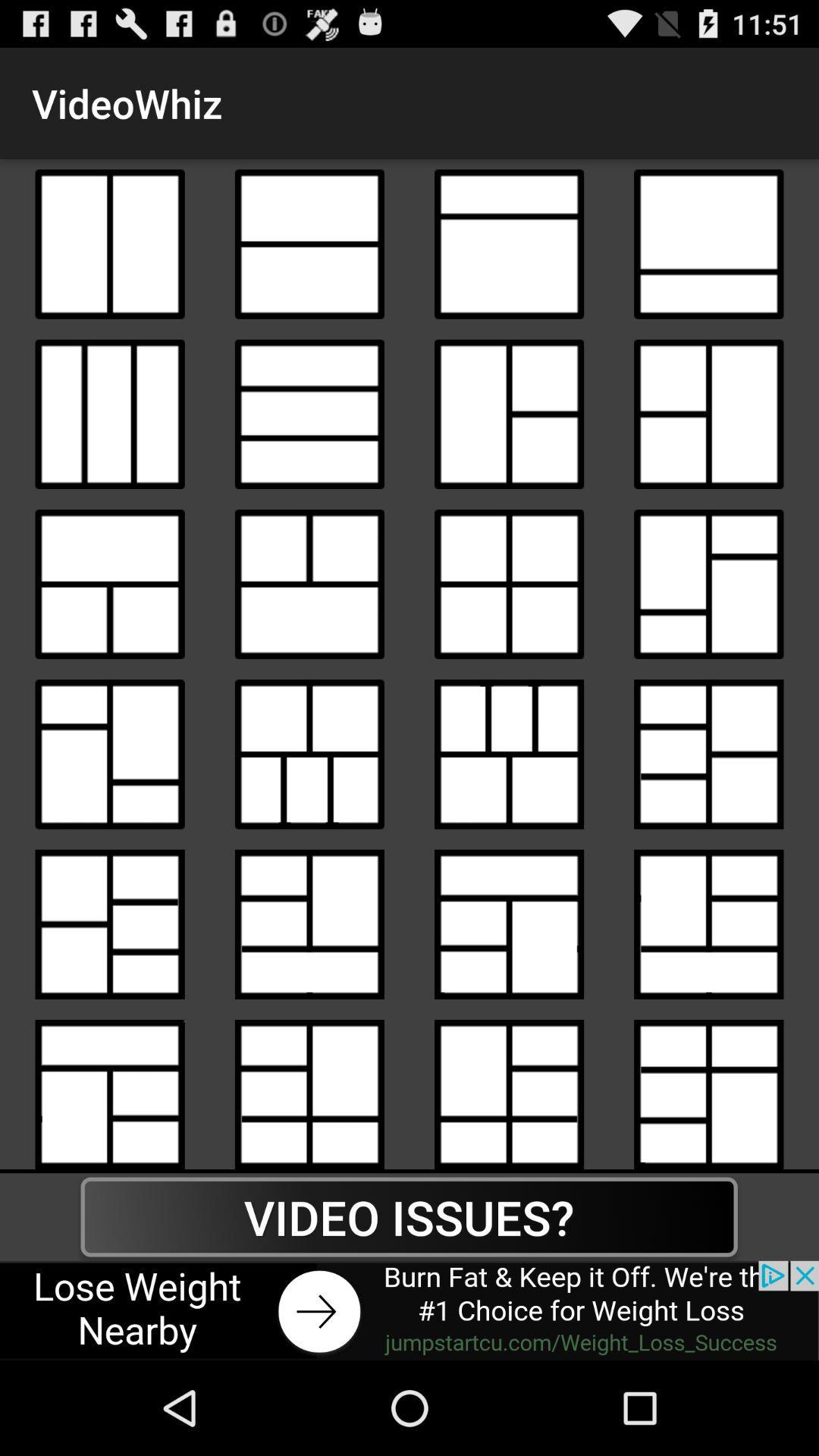  I want to click on video split options, so click(509, 414).